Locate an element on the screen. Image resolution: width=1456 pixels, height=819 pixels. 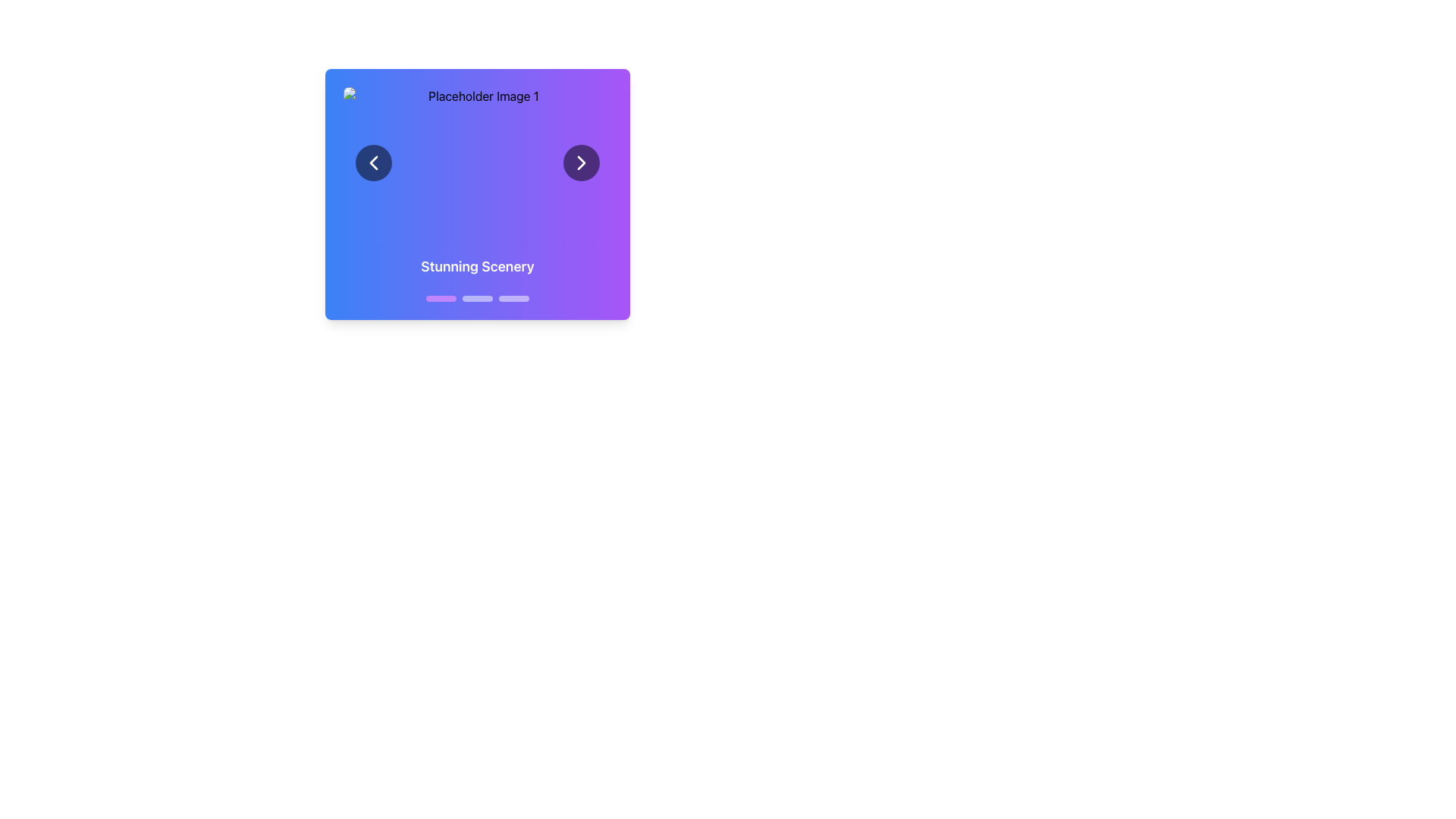
the left navigation button for the media carousel is located at coordinates (374, 162).